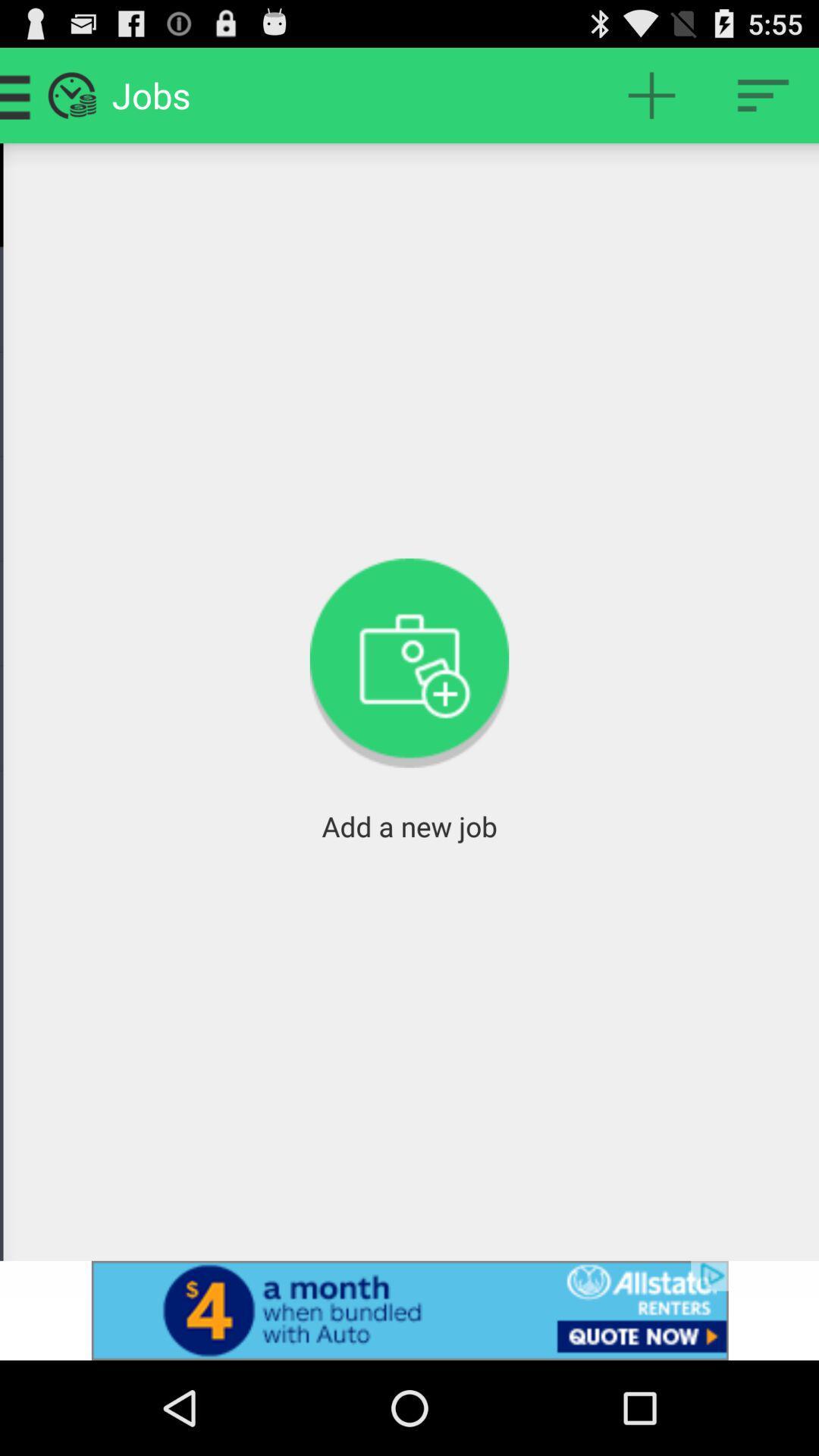 The image size is (819, 1456). Describe the element at coordinates (651, 94) in the screenshot. I see `an entry` at that location.